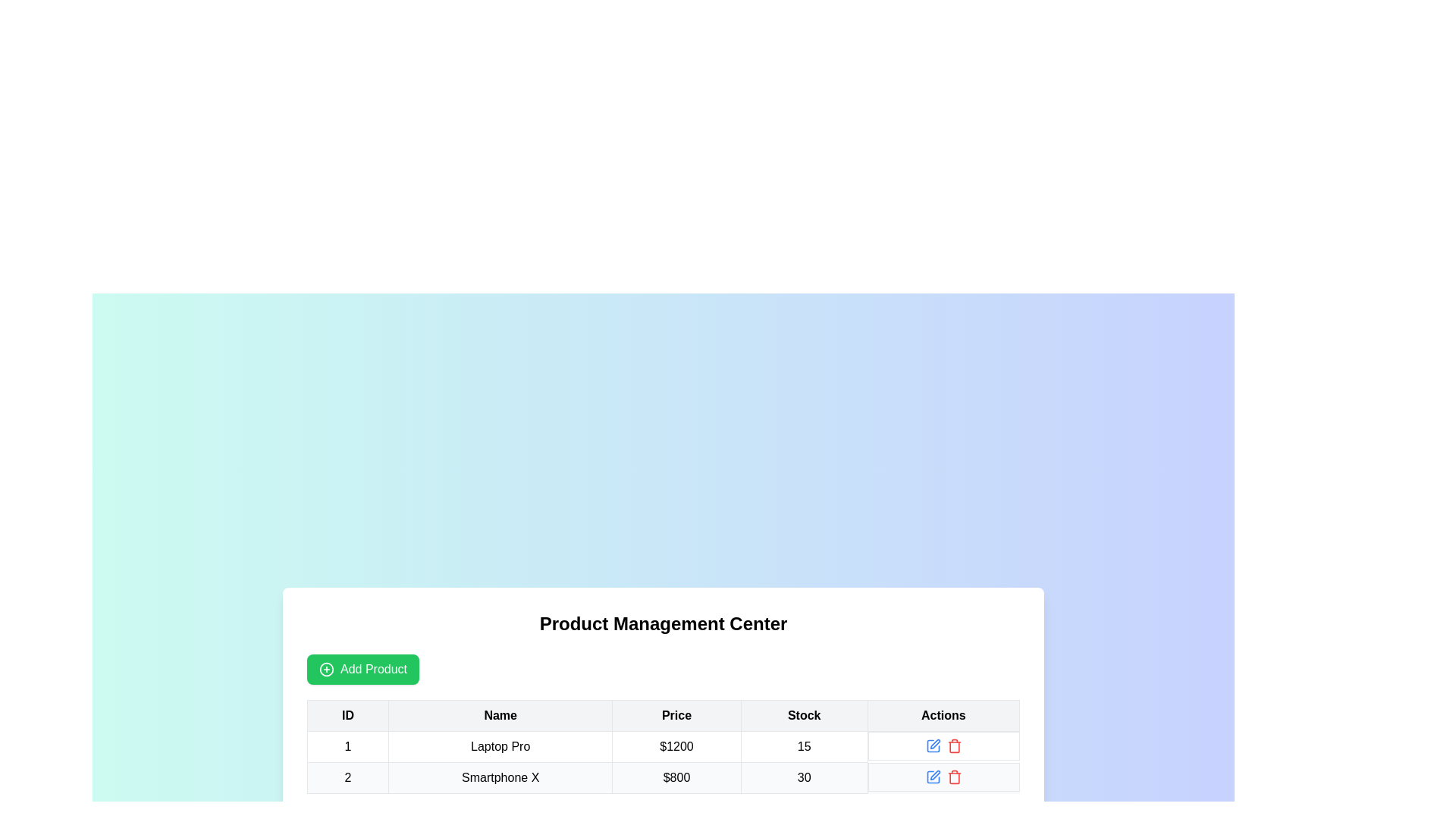 The height and width of the screenshot is (819, 1456). Describe the element at coordinates (500, 745) in the screenshot. I see `the table cell displaying the name 'Laptop Pro' in the 'Name' column of the product management table` at that location.